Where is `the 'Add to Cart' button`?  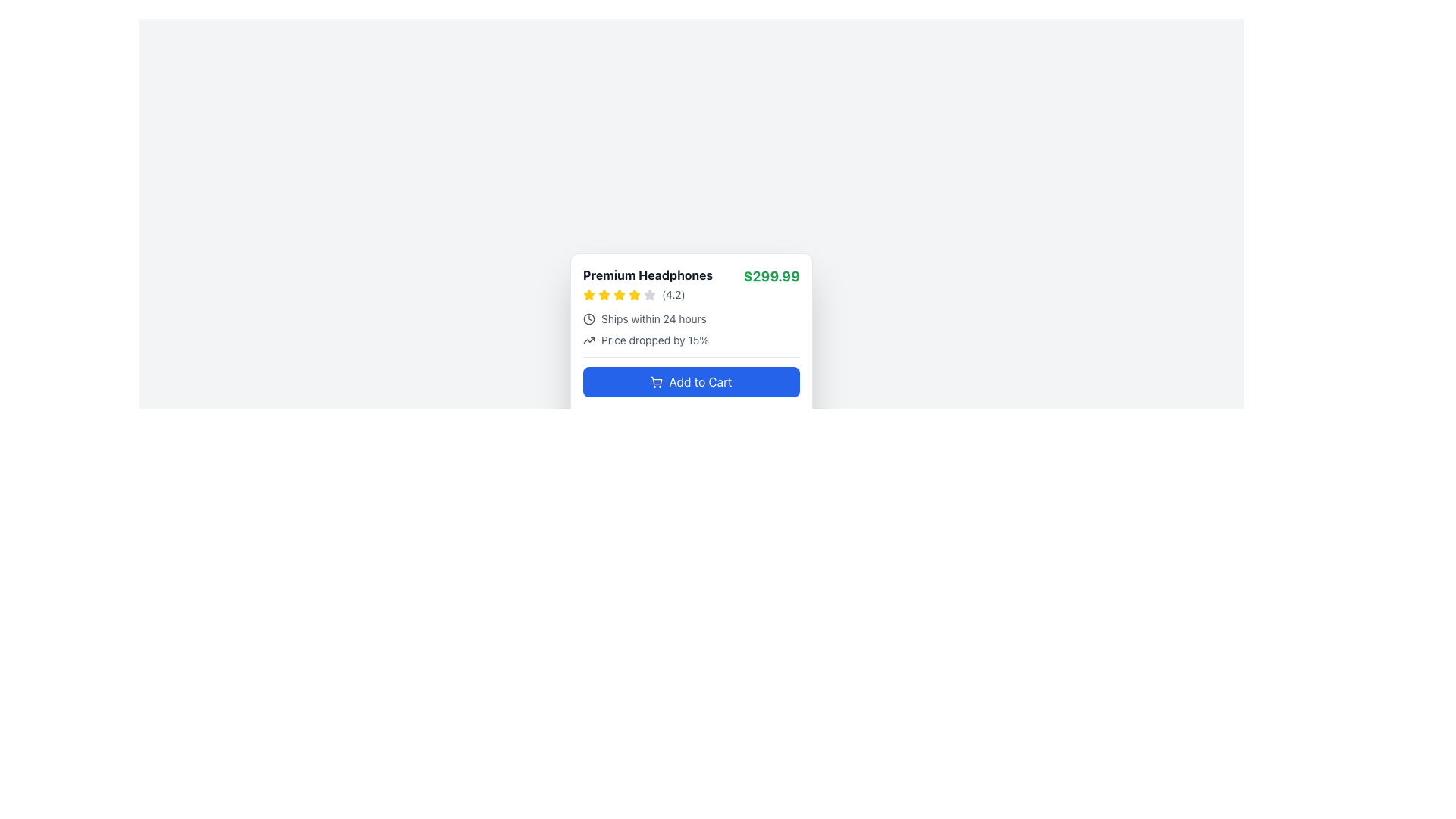
the 'Add to Cart' button is located at coordinates (691, 381).